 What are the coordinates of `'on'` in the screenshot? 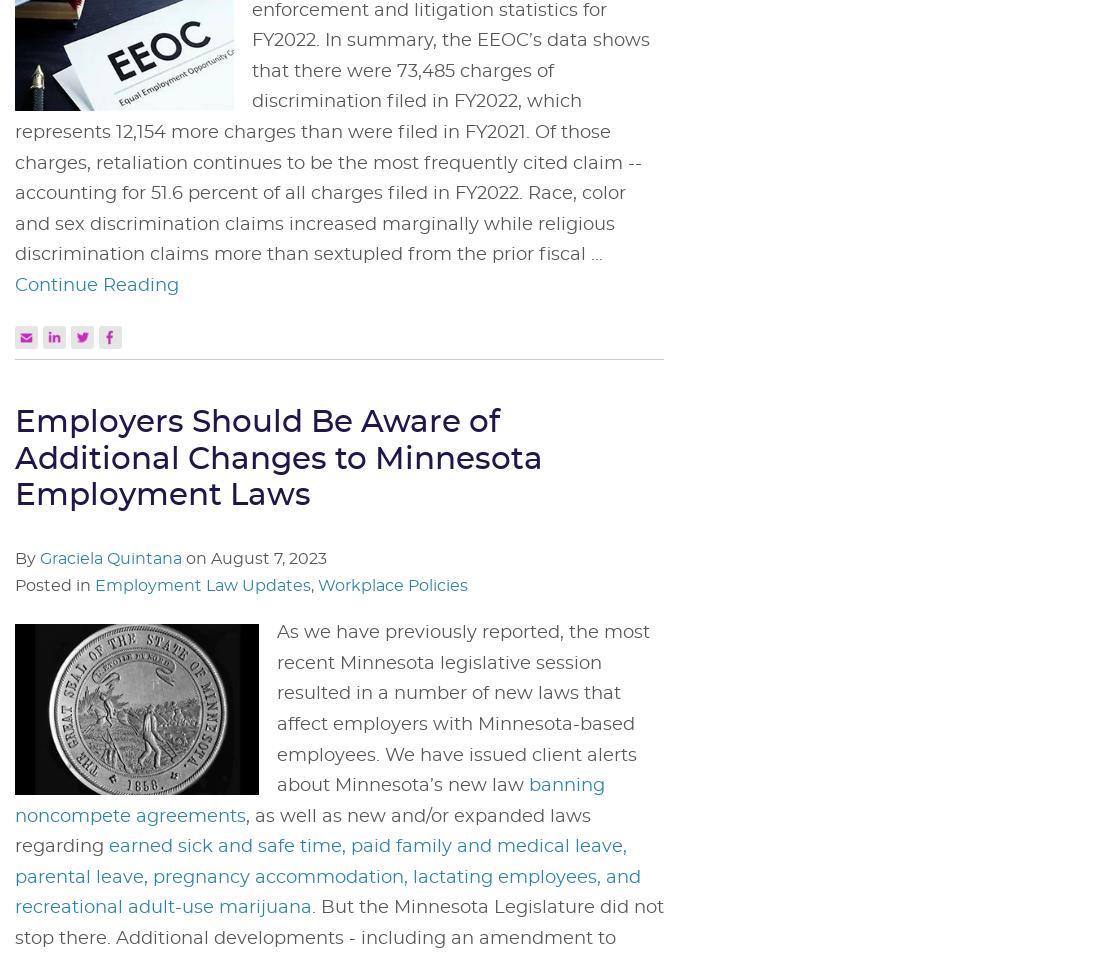 It's located at (181, 557).